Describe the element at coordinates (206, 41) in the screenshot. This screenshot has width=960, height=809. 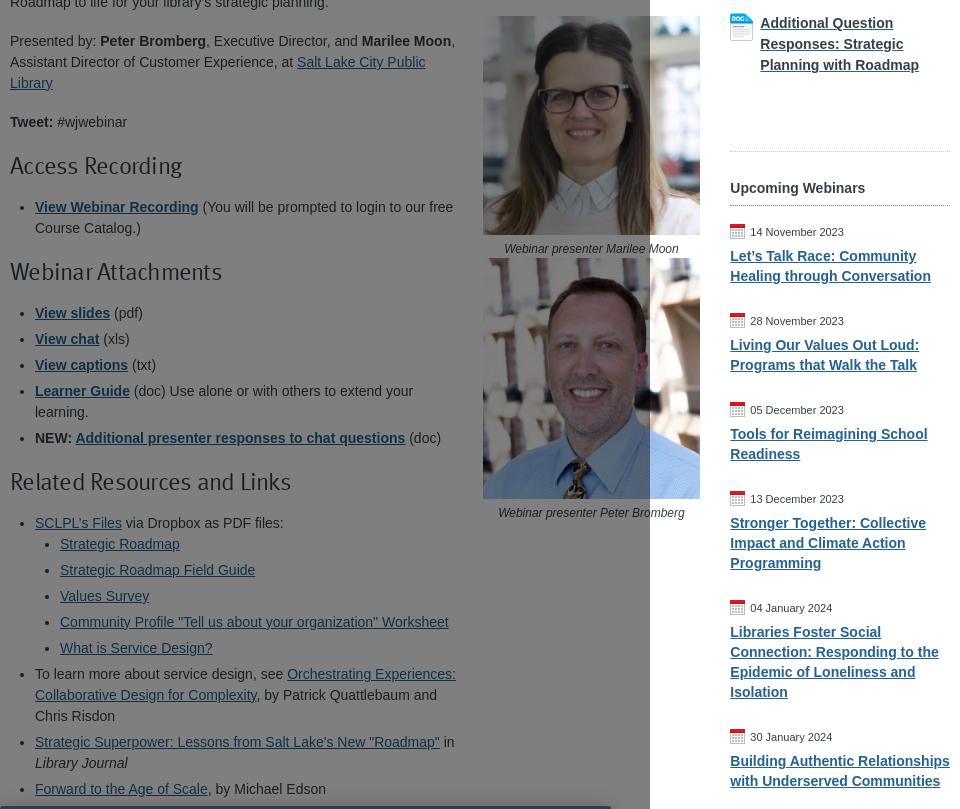
I see `', Executive Director, and'` at that location.